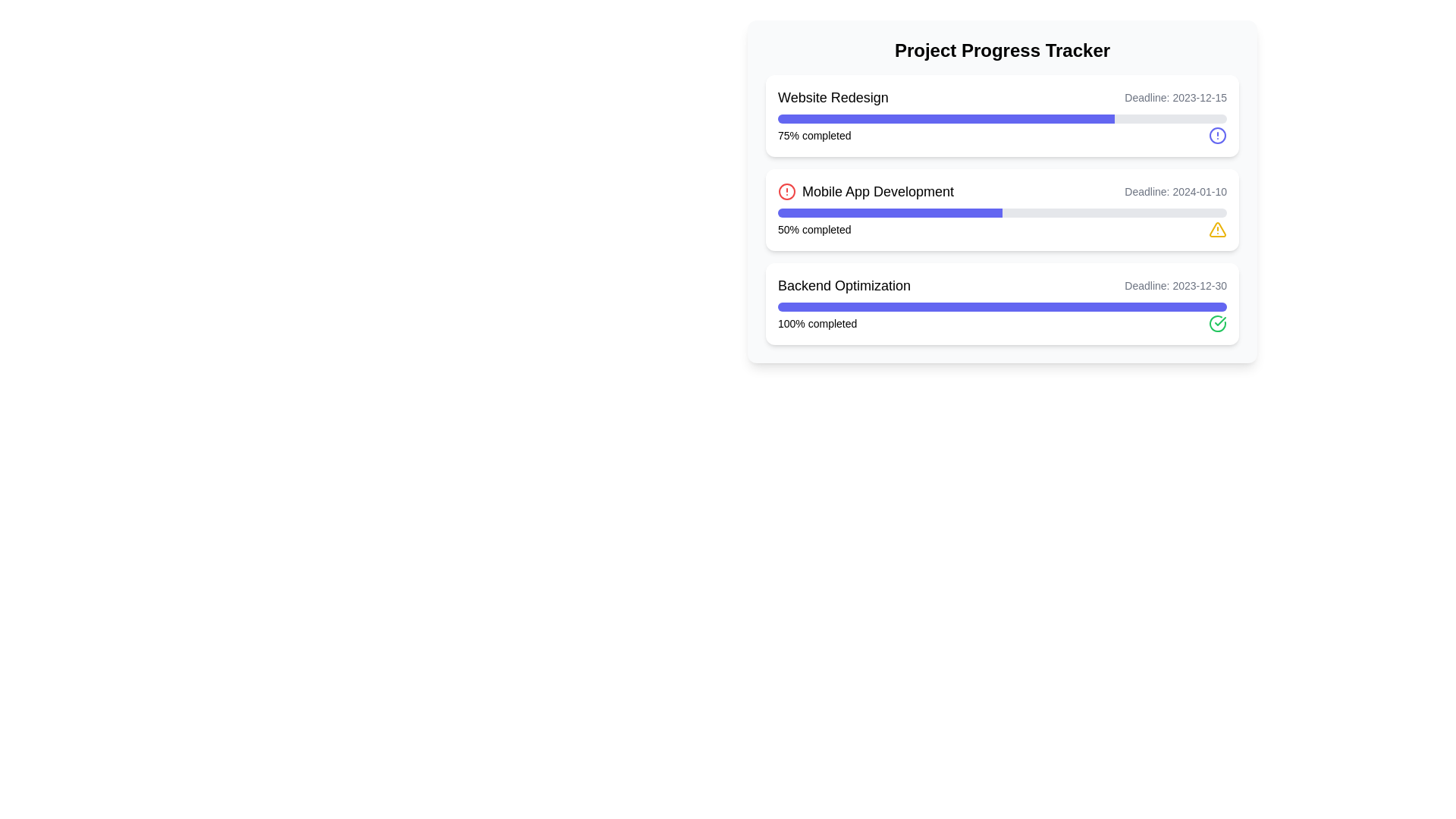  What do you see at coordinates (814, 134) in the screenshot?
I see `the text label that indicates the percentage completion of the project, positioned below the 'Website Redesign' label and aligned with the progress bar` at bounding box center [814, 134].